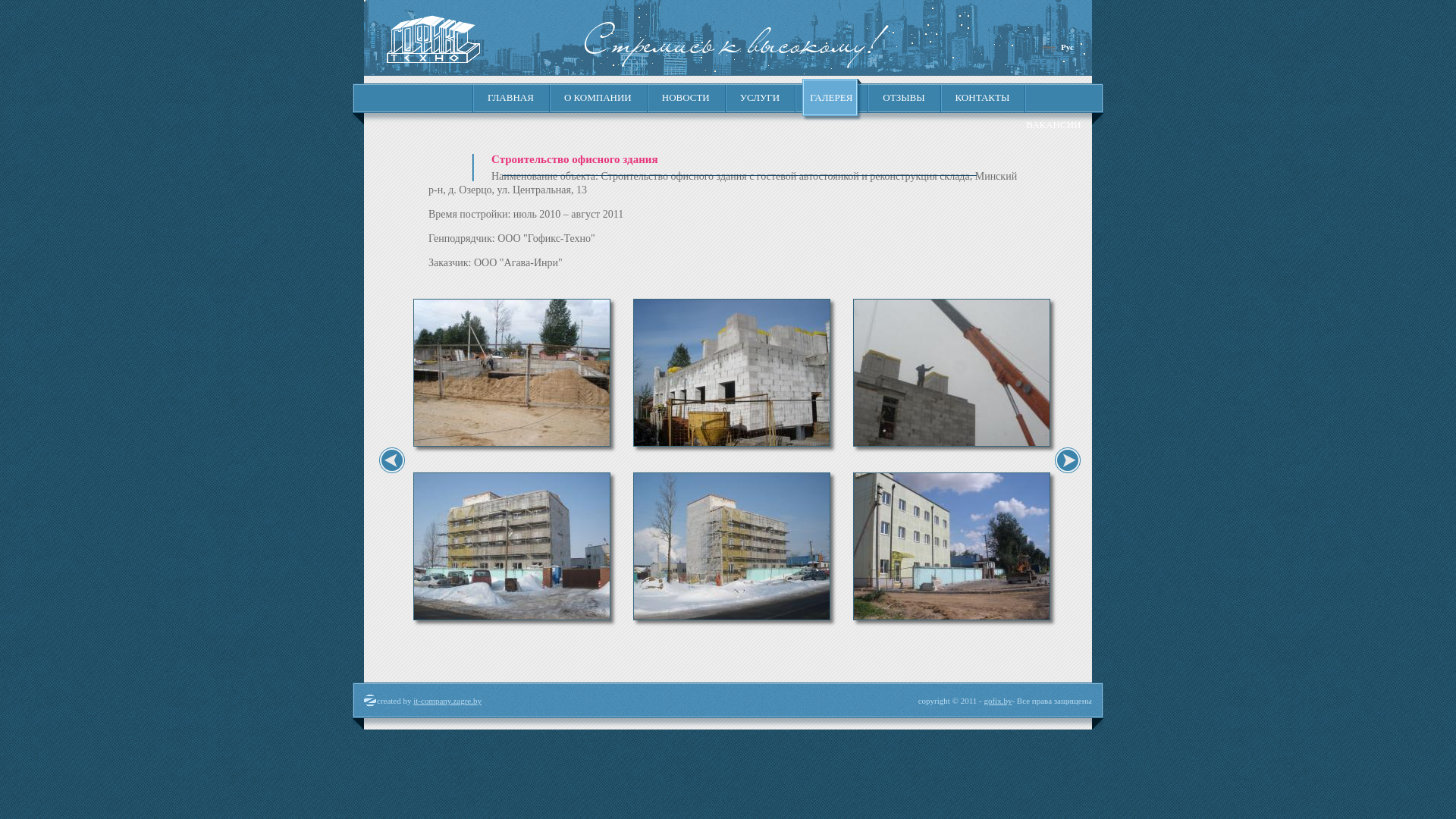 The width and height of the screenshot is (1456, 819). What do you see at coordinates (997, 701) in the screenshot?
I see `'gofix.by'` at bounding box center [997, 701].